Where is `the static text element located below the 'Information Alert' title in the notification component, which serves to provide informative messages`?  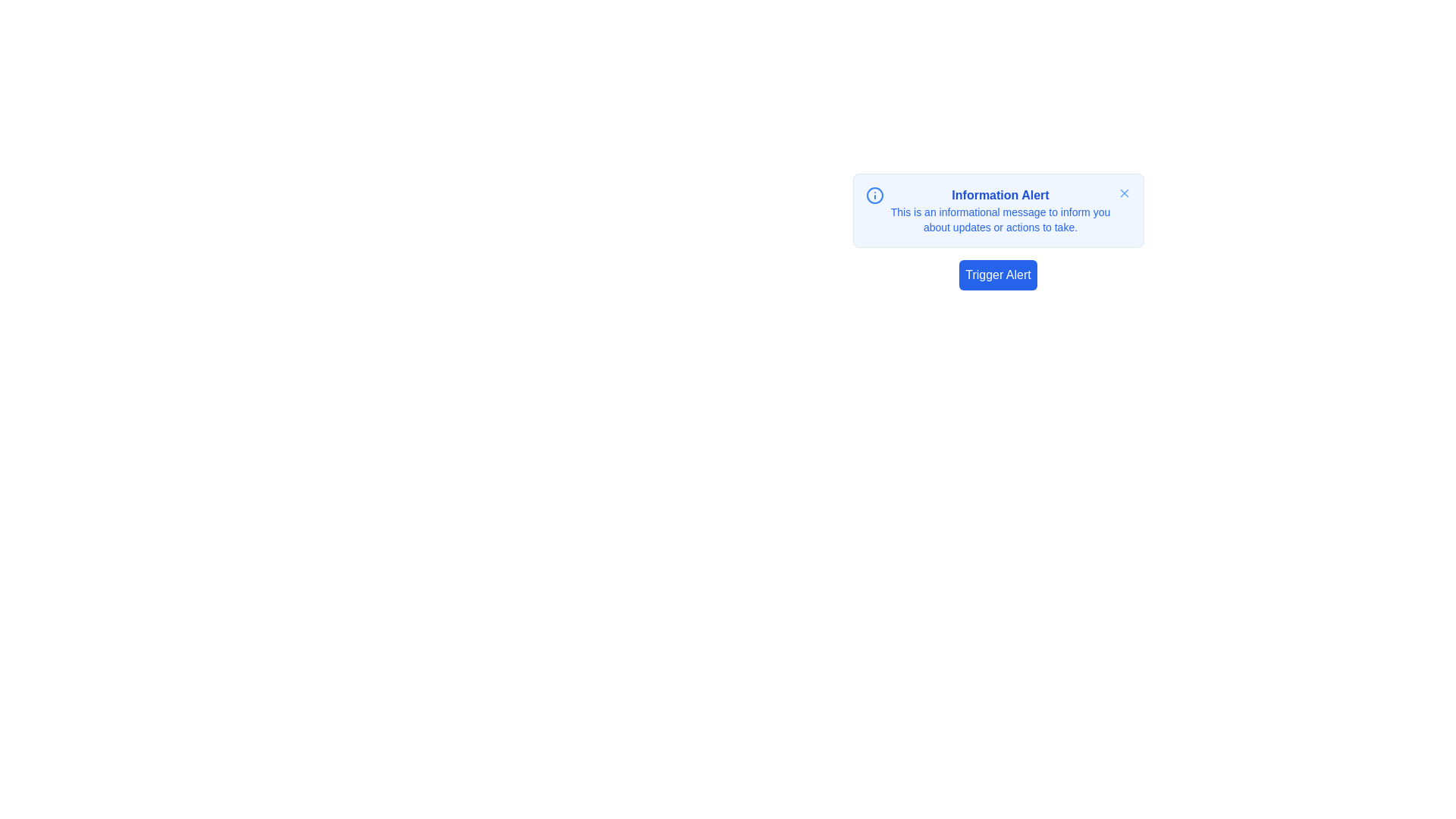
the static text element located below the 'Information Alert' title in the notification component, which serves to provide informative messages is located at coordinates (1000, 219).